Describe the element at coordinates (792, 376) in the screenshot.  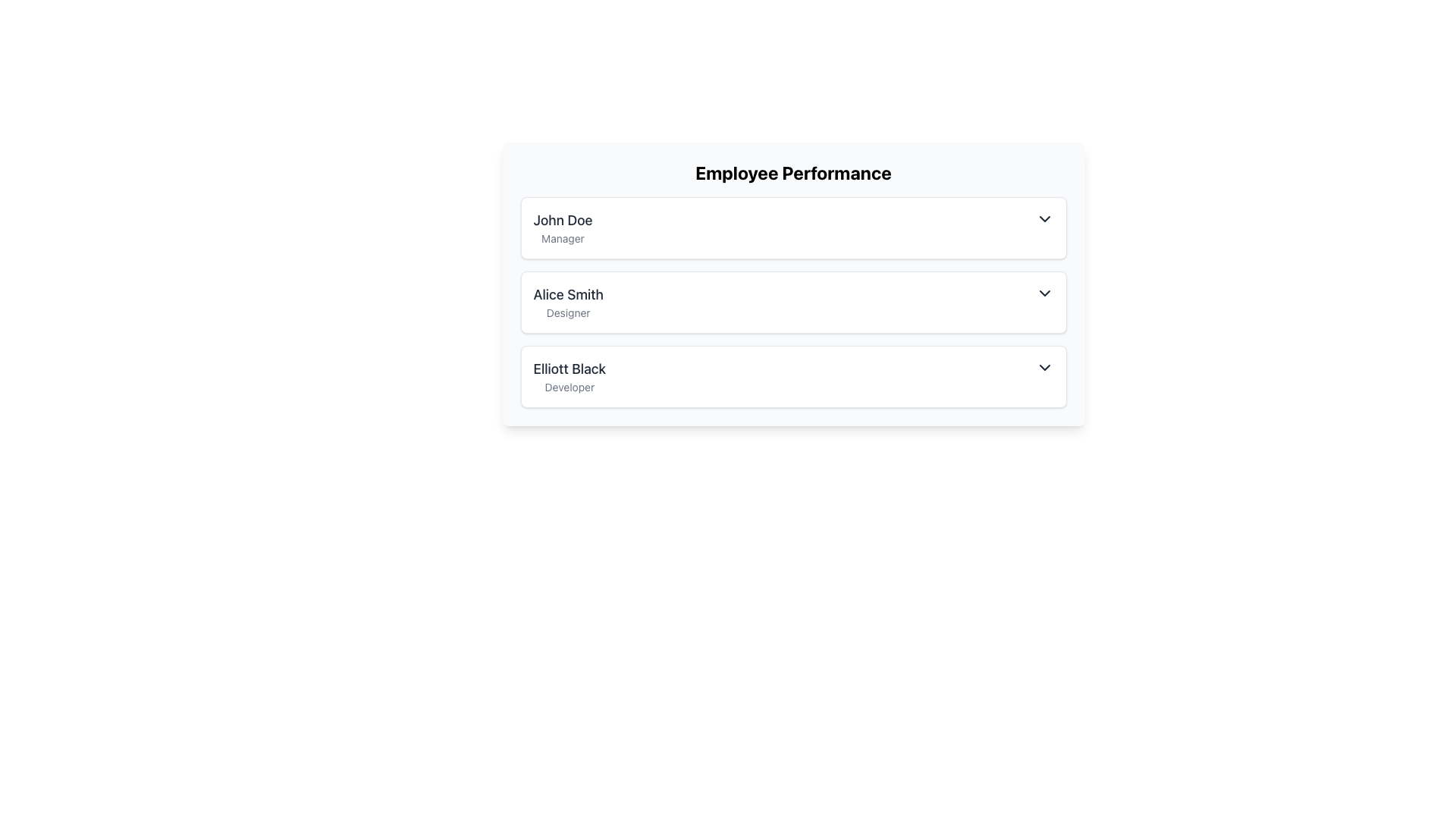
I see `the third list item labeled 'Elliott Black'` at that location.